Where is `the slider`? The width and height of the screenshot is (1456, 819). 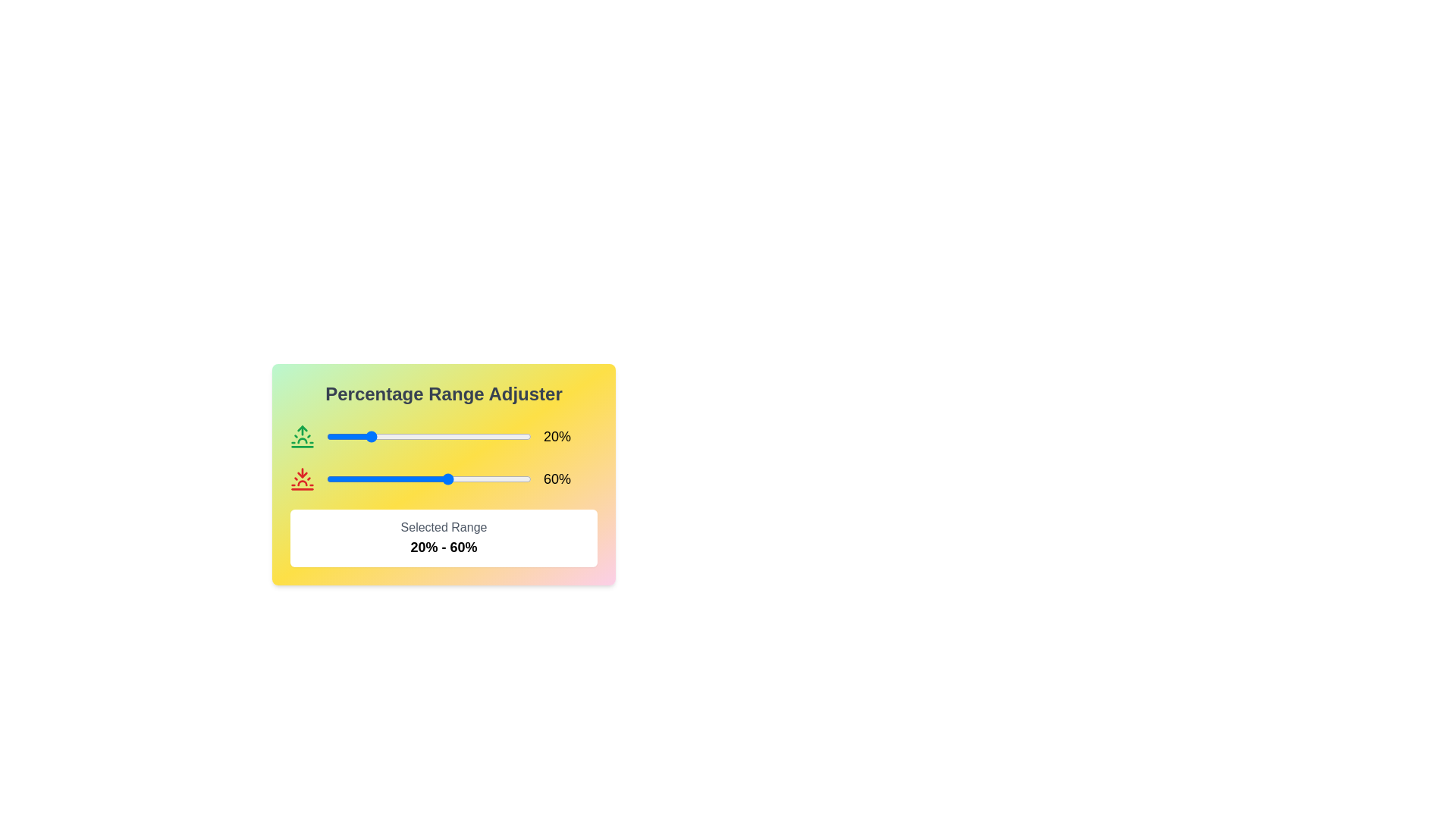
the slider is located at coordinates (366, 479).